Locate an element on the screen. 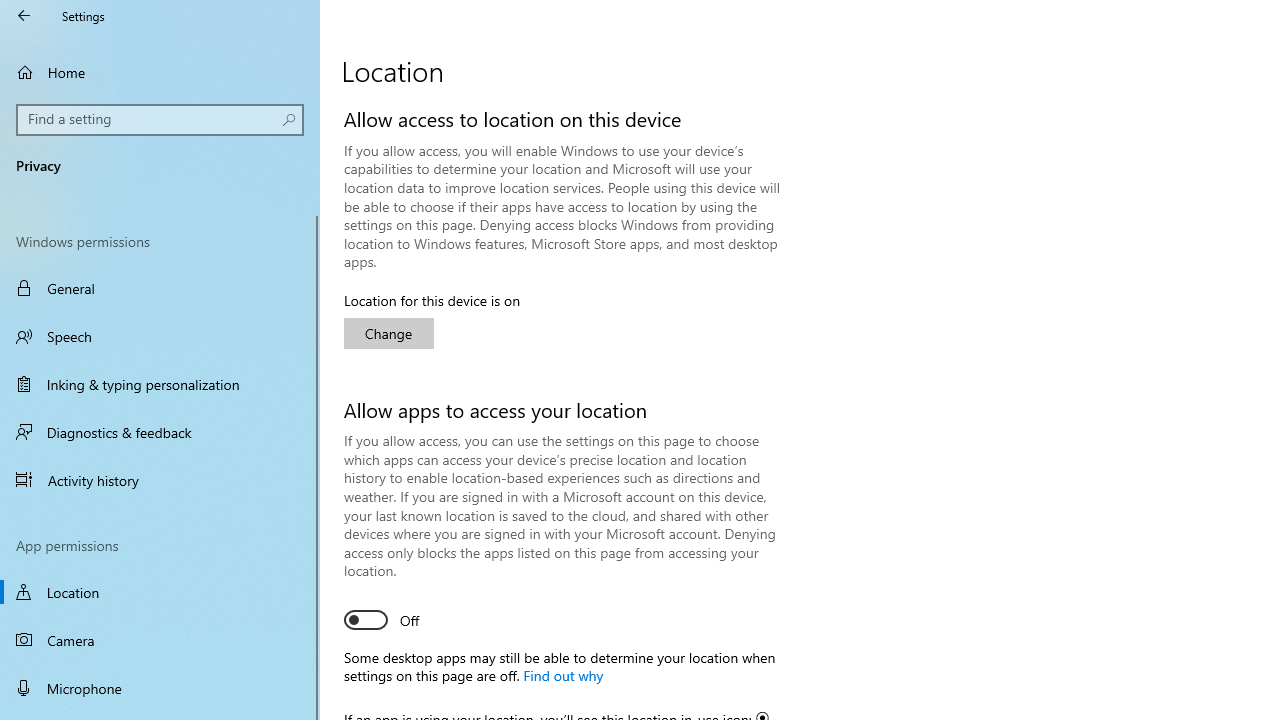 The image size is (1280, 720). 'Microphone' is located at coordinates (160, 686).